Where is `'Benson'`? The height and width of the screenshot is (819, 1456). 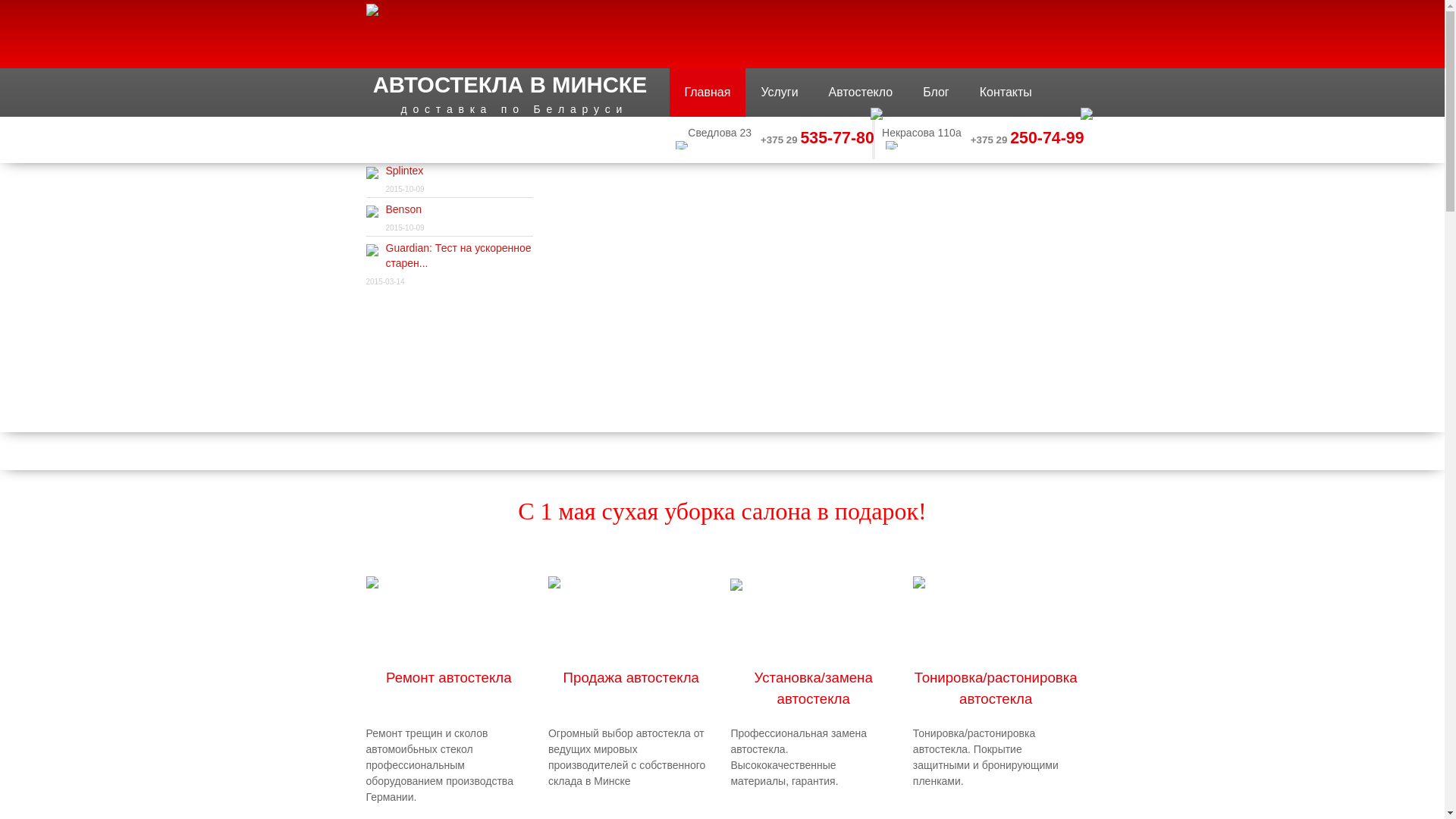 'Benson' is located at coordinates (371, 213).